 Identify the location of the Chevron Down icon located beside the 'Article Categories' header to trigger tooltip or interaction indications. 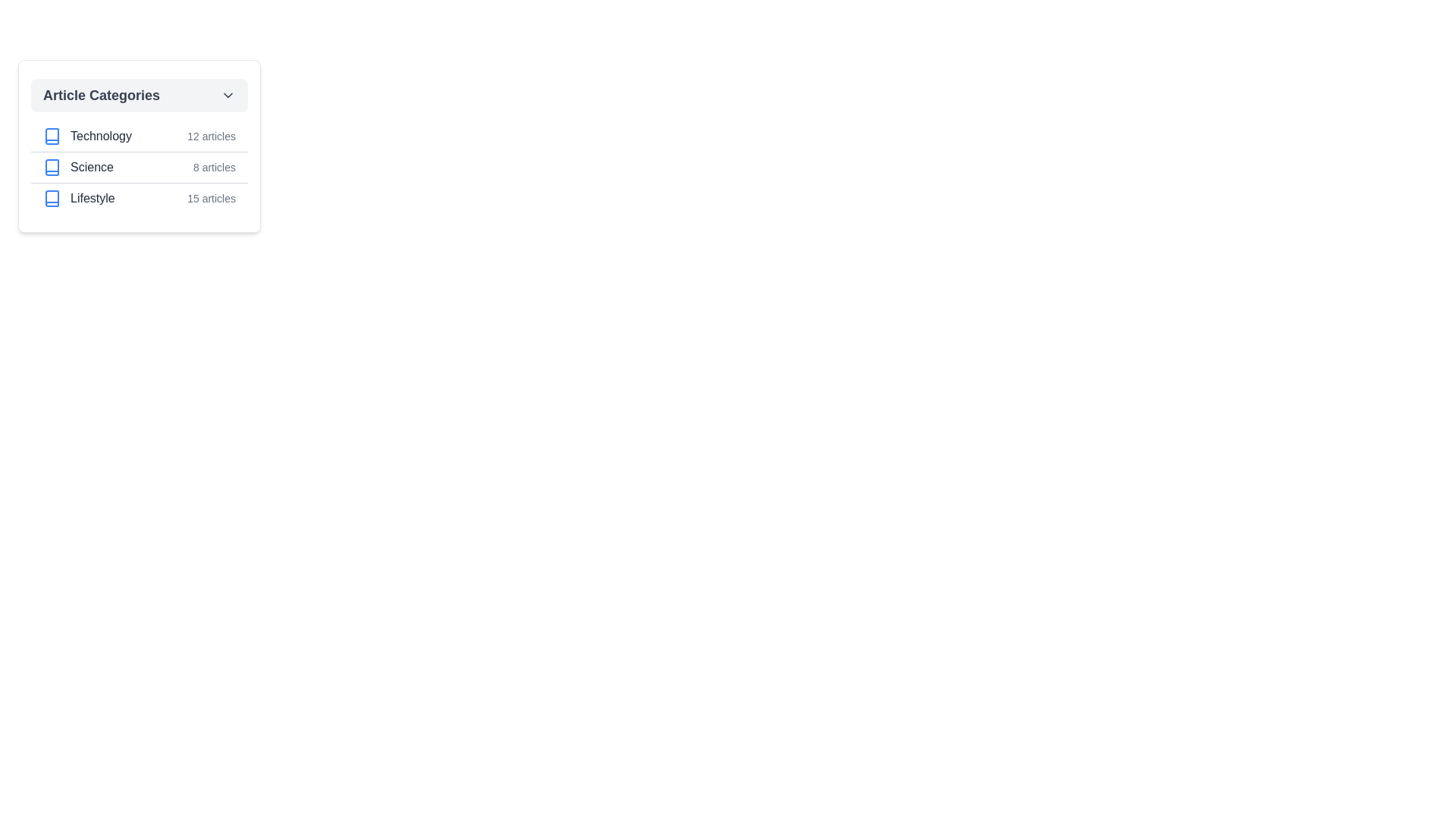
(227, 96).